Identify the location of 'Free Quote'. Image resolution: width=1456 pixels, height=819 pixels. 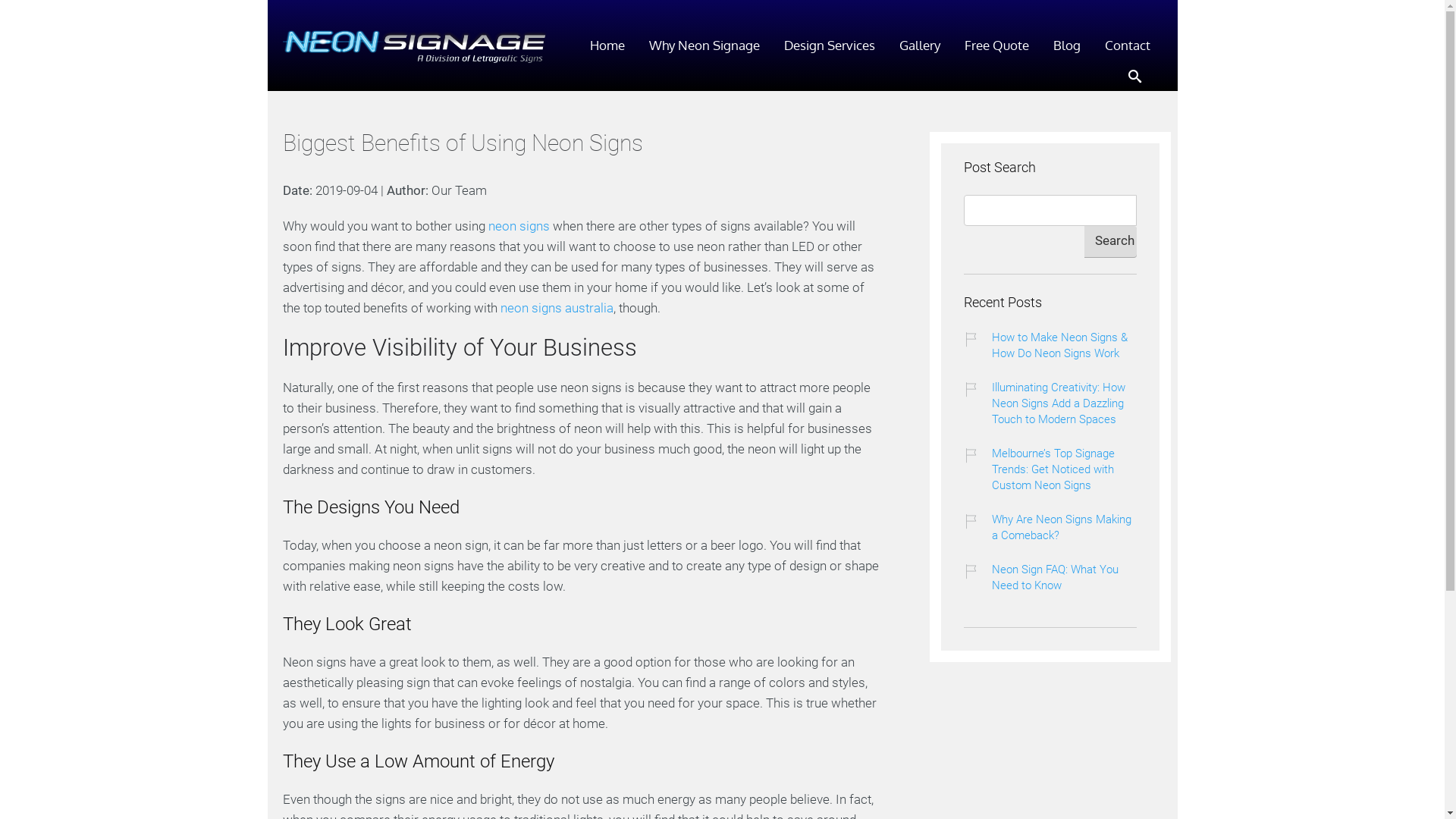
(952, 45).